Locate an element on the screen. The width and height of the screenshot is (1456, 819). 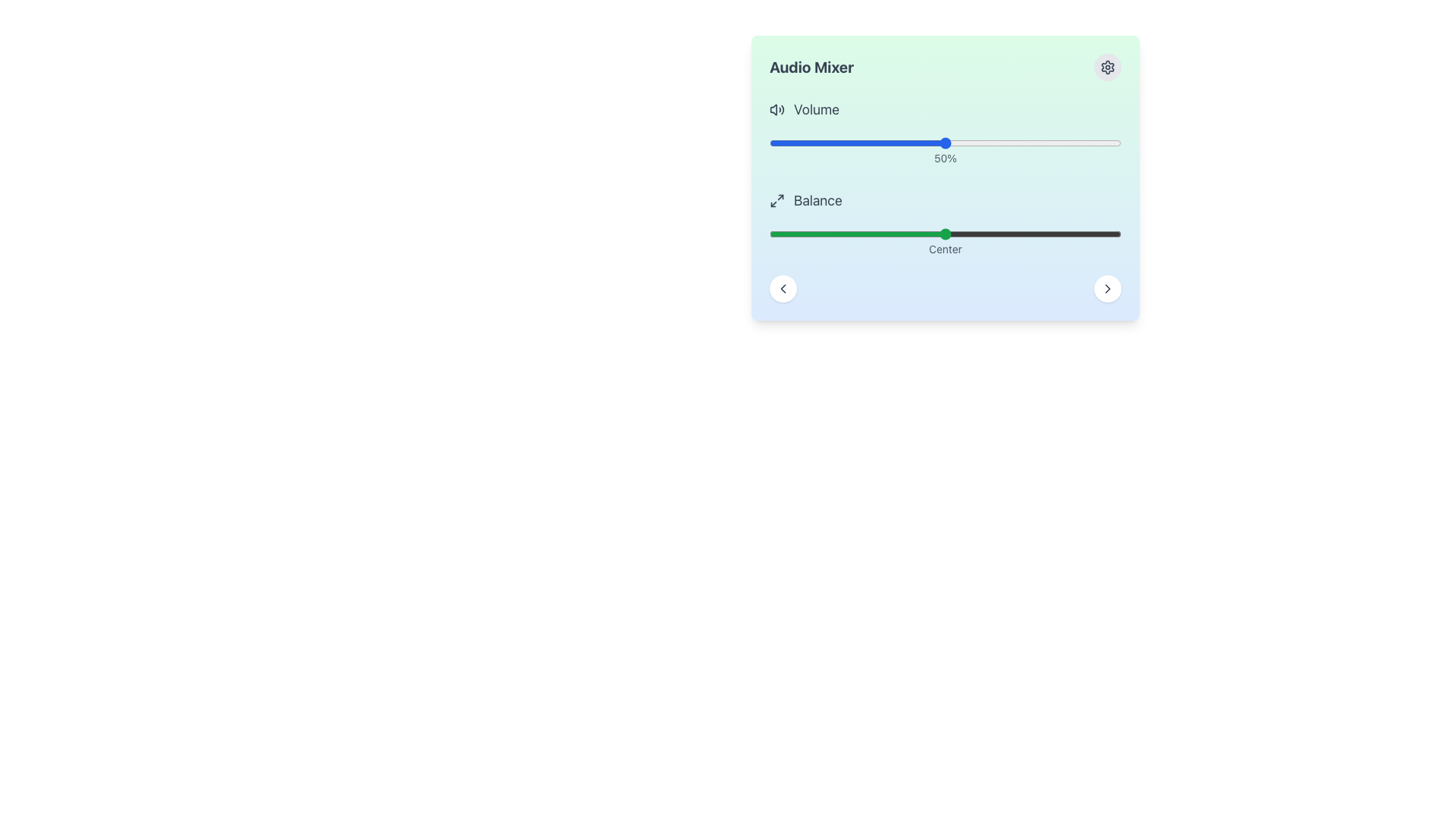
the volume is located at coordinates (1061, 143).